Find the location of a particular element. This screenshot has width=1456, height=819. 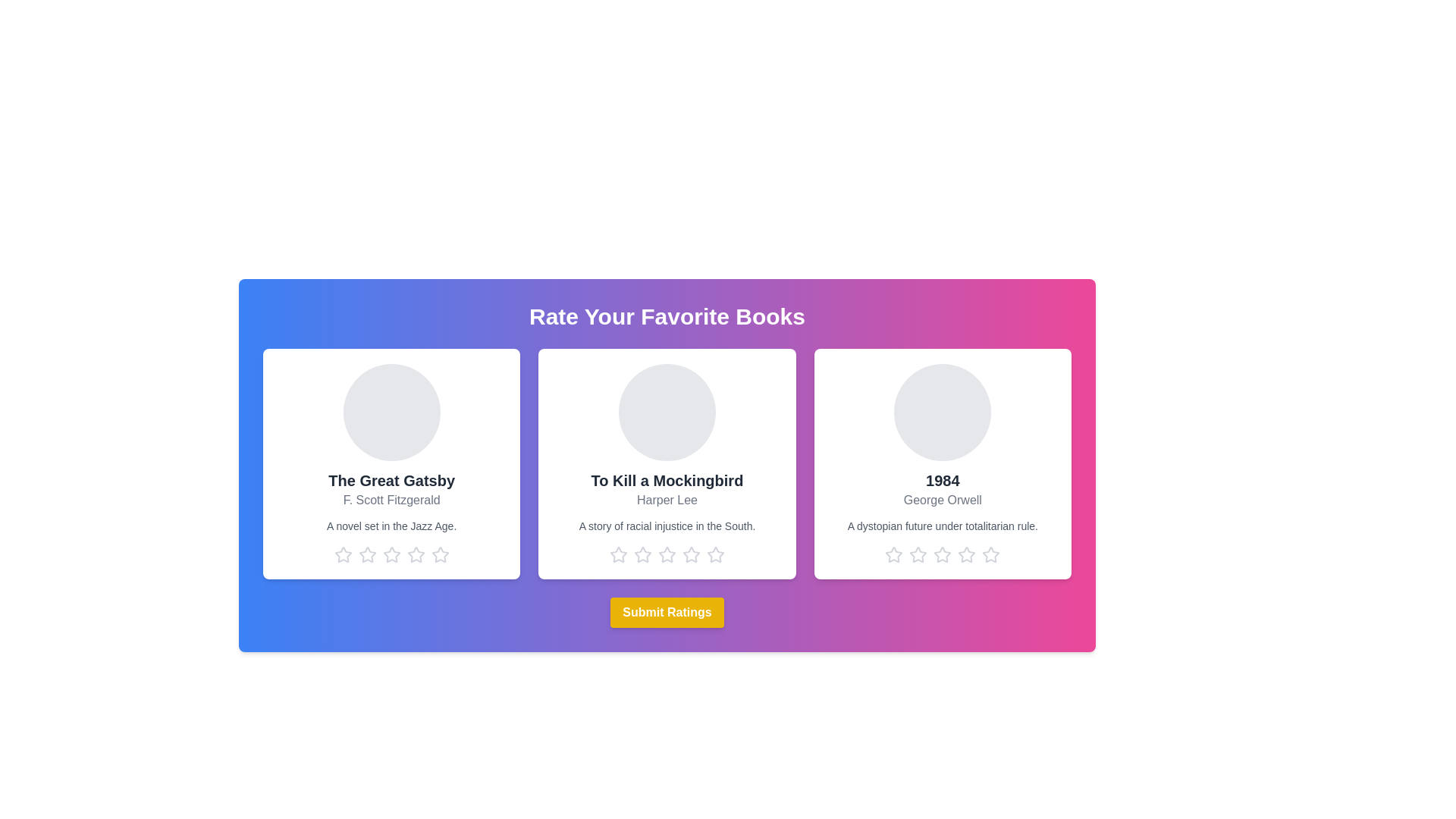

the star corresponding to the rating 5 for the book titled The Great Gatsby is located at coordinates (439, 555).